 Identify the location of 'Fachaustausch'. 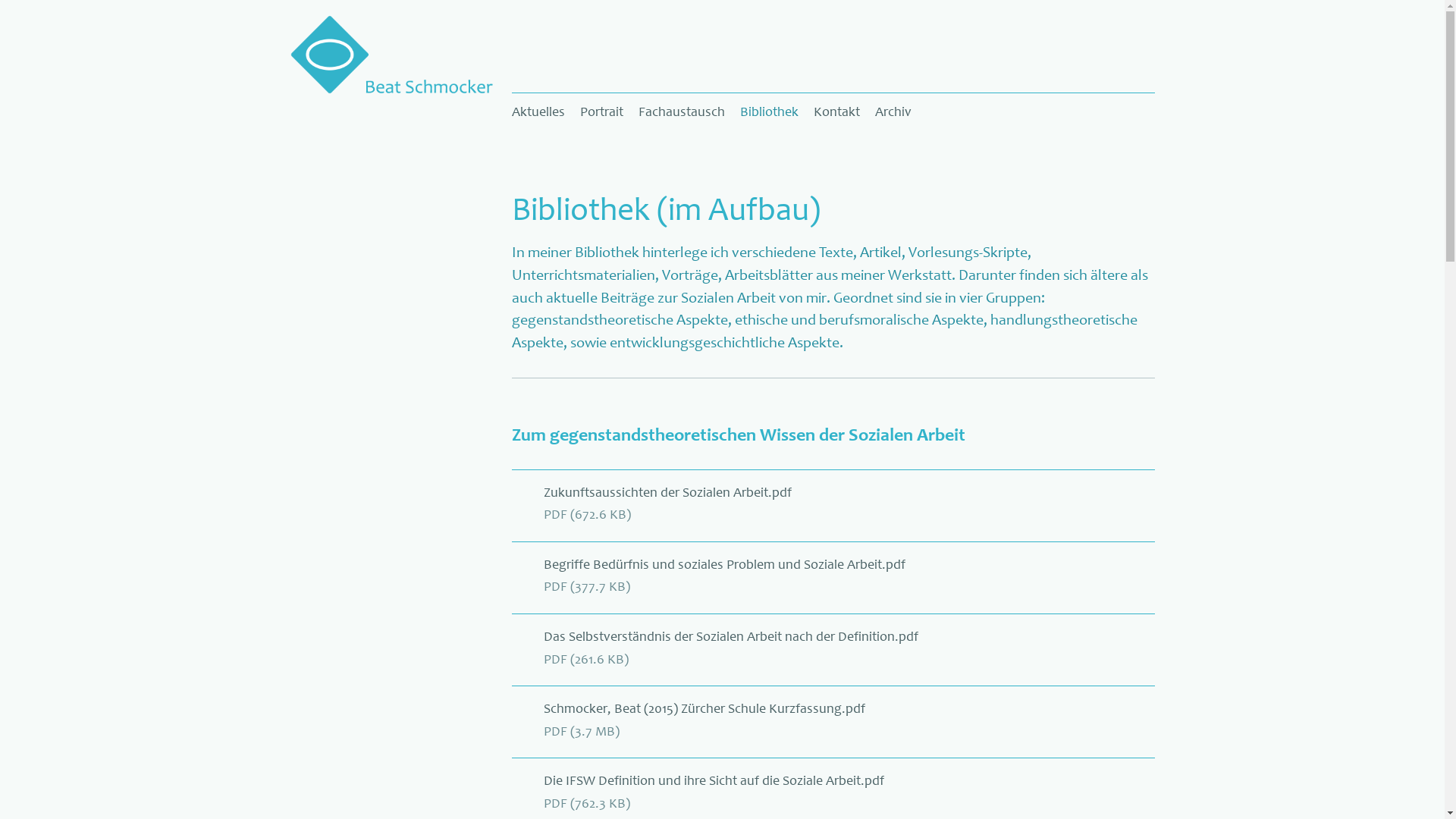
(630, 111).